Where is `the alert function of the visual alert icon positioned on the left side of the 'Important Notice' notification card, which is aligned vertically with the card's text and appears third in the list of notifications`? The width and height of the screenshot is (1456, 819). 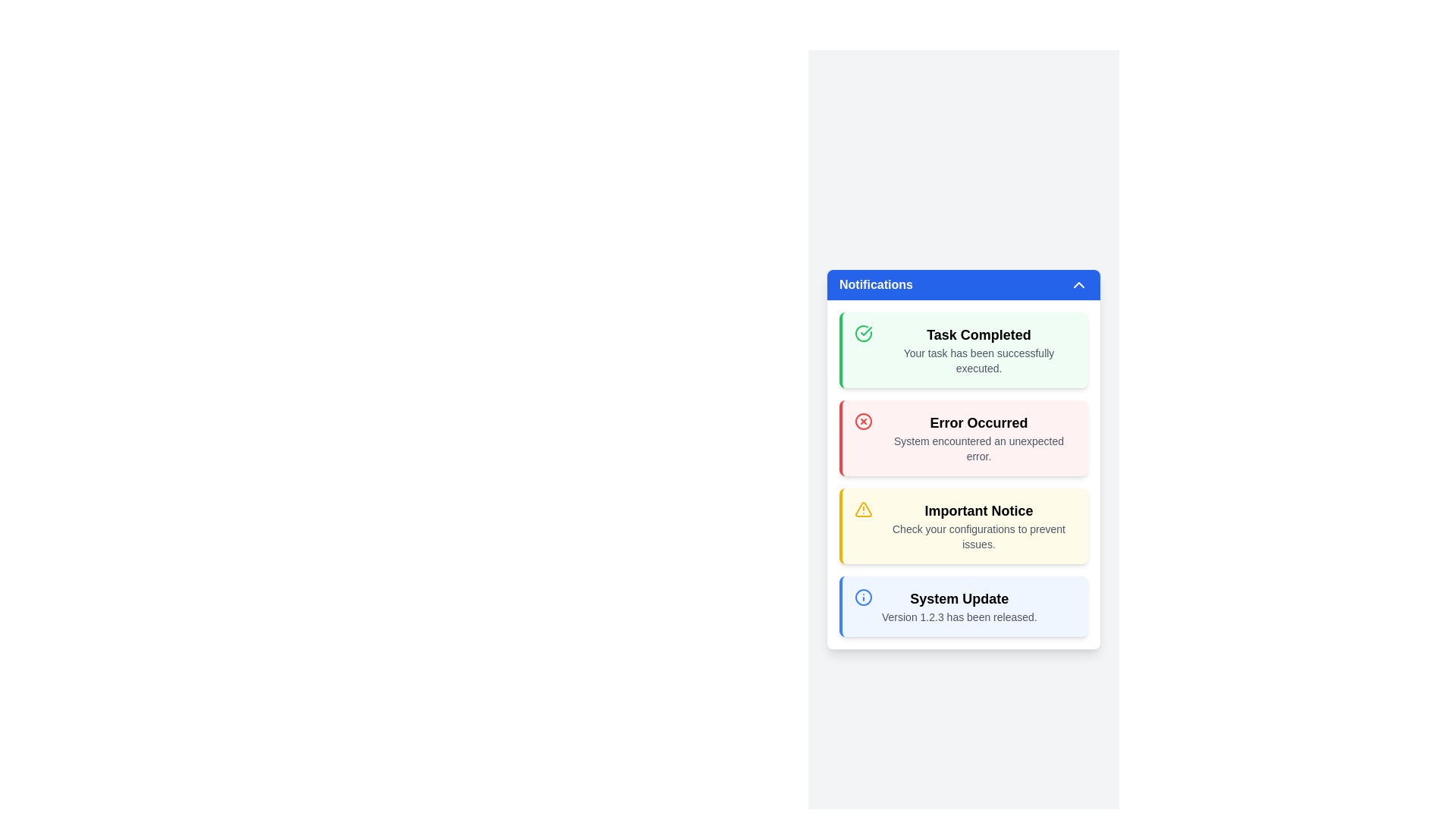
the alert function of the visual alert icon positioned on the left side of the 'Important Notice' notification card, which is aligned vertically with the card's text and appears third in the list of notifications is located at coordinates (863, 509).